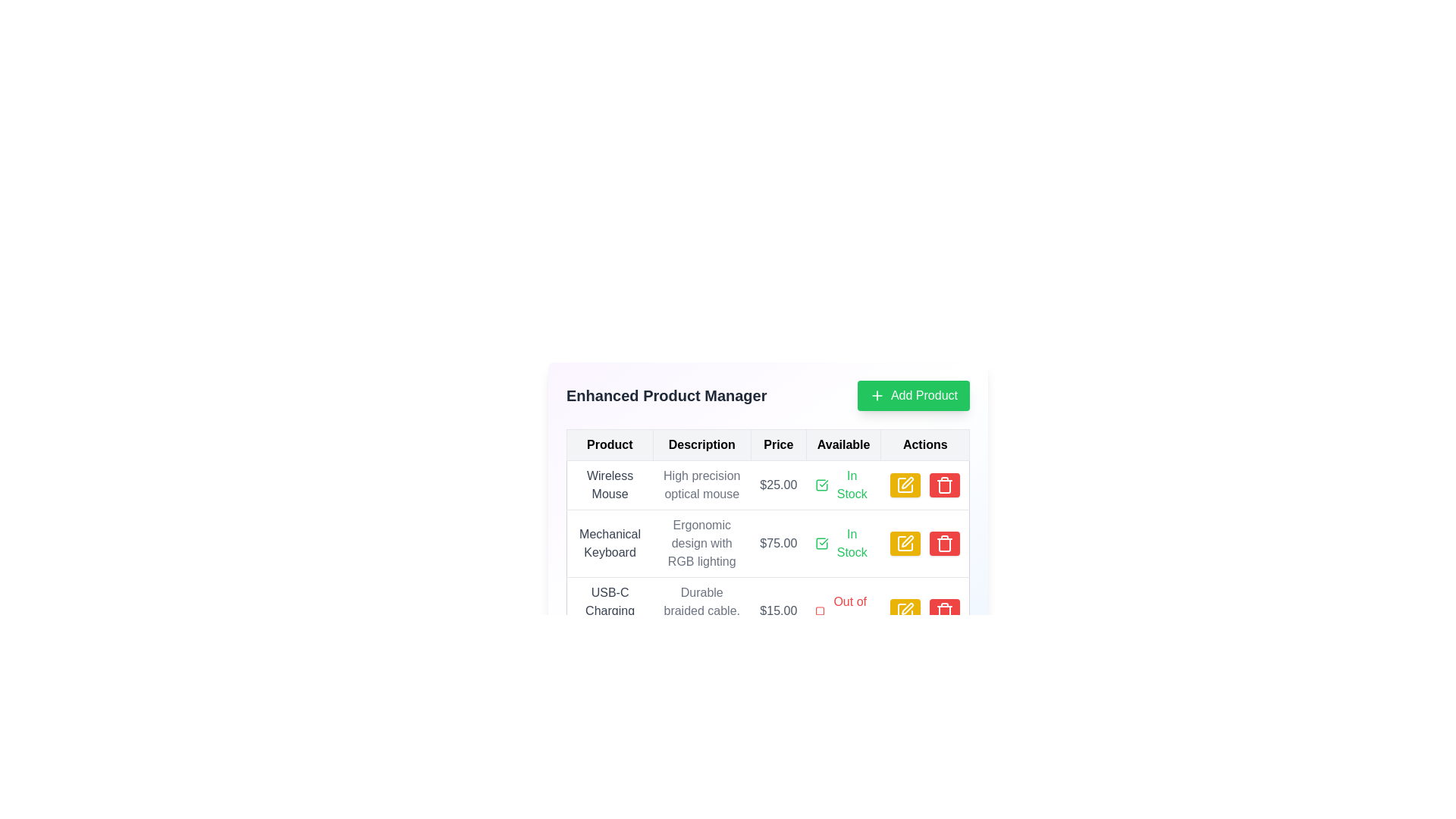  I want to click on the edit button located in the 'Actions' column of the first row in the data table, so click(905, 485).